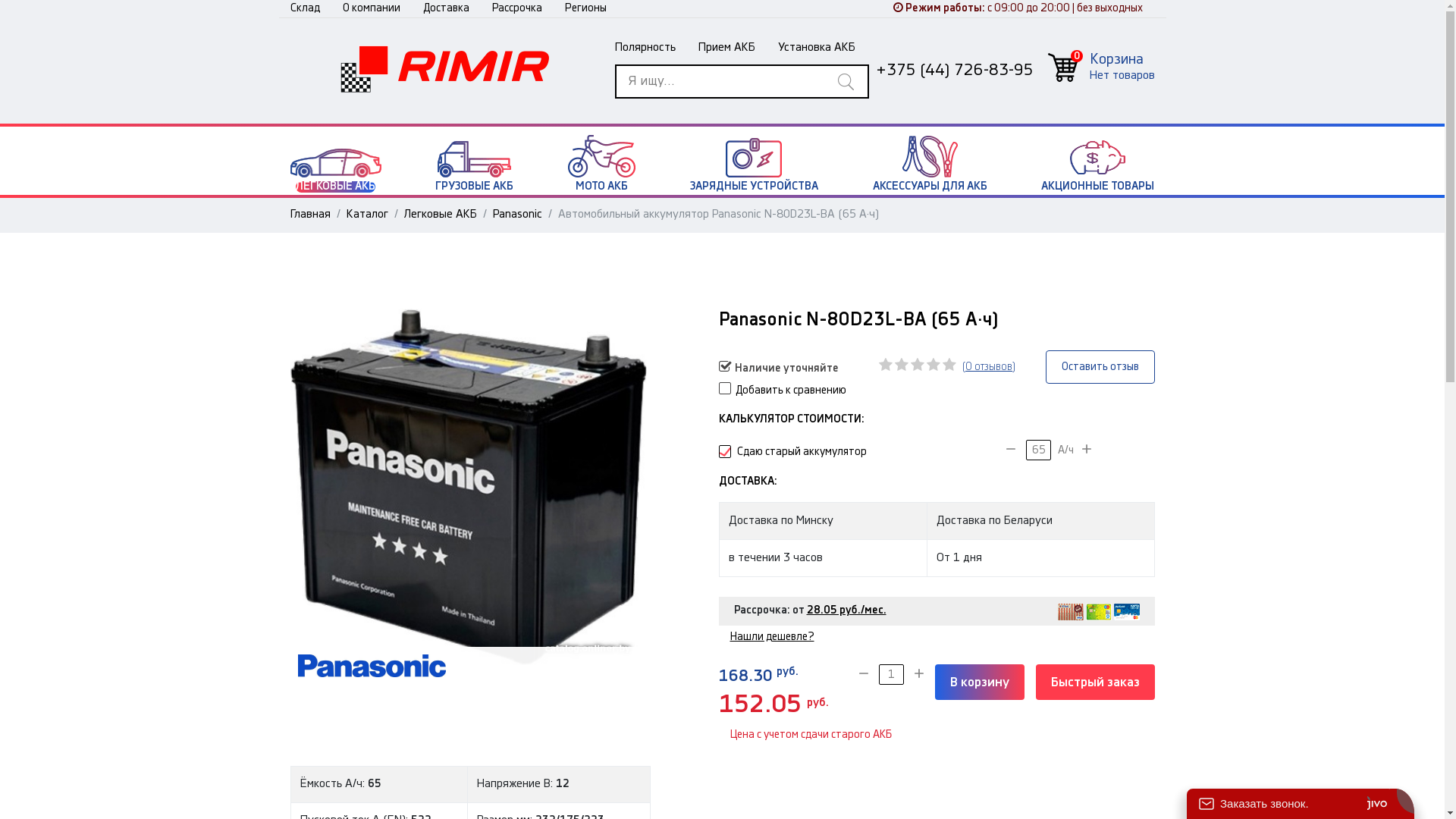 The image size is (1456, 819). What do you see at coordinates (517, 213) in the screenshot?
I see `'Panasonic'` at bounding box center [517, 213].